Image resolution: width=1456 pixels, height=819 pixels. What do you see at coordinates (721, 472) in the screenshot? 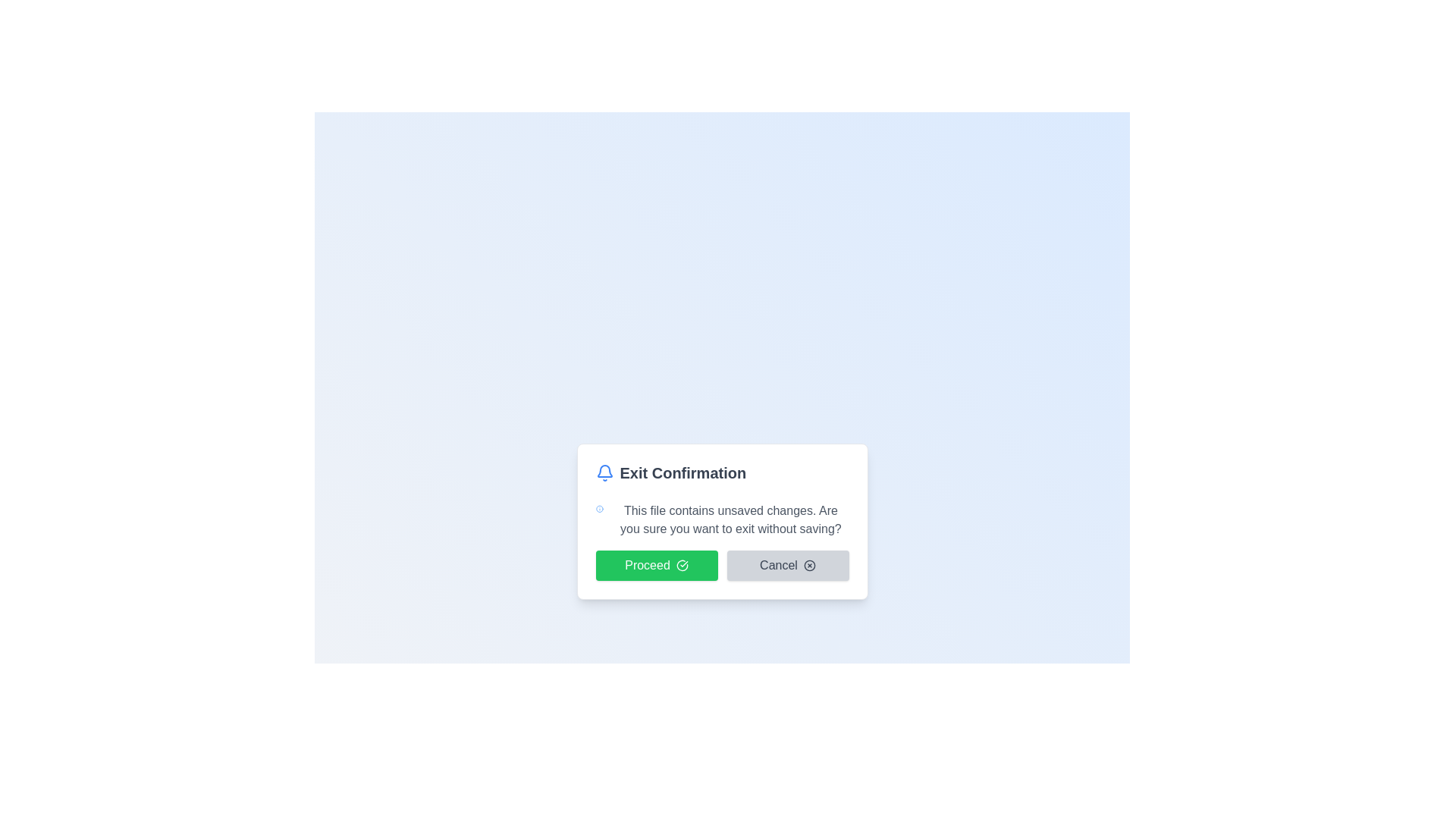
I see `the header element indicating exit confirmation in the modal dialog` at bounding box center [721, 472].